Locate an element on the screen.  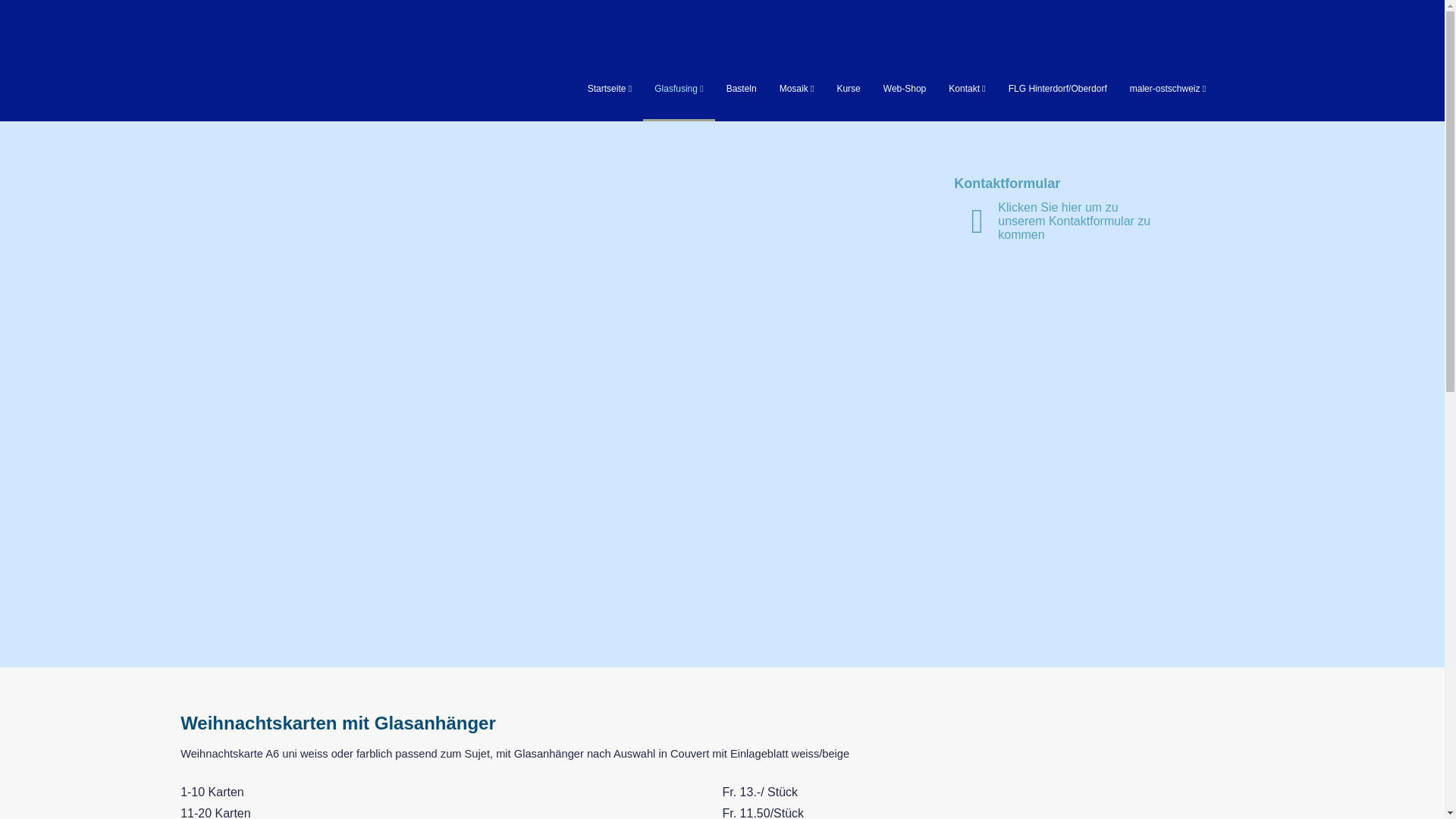
'Mosaik' is located at coordinates (796, 88).